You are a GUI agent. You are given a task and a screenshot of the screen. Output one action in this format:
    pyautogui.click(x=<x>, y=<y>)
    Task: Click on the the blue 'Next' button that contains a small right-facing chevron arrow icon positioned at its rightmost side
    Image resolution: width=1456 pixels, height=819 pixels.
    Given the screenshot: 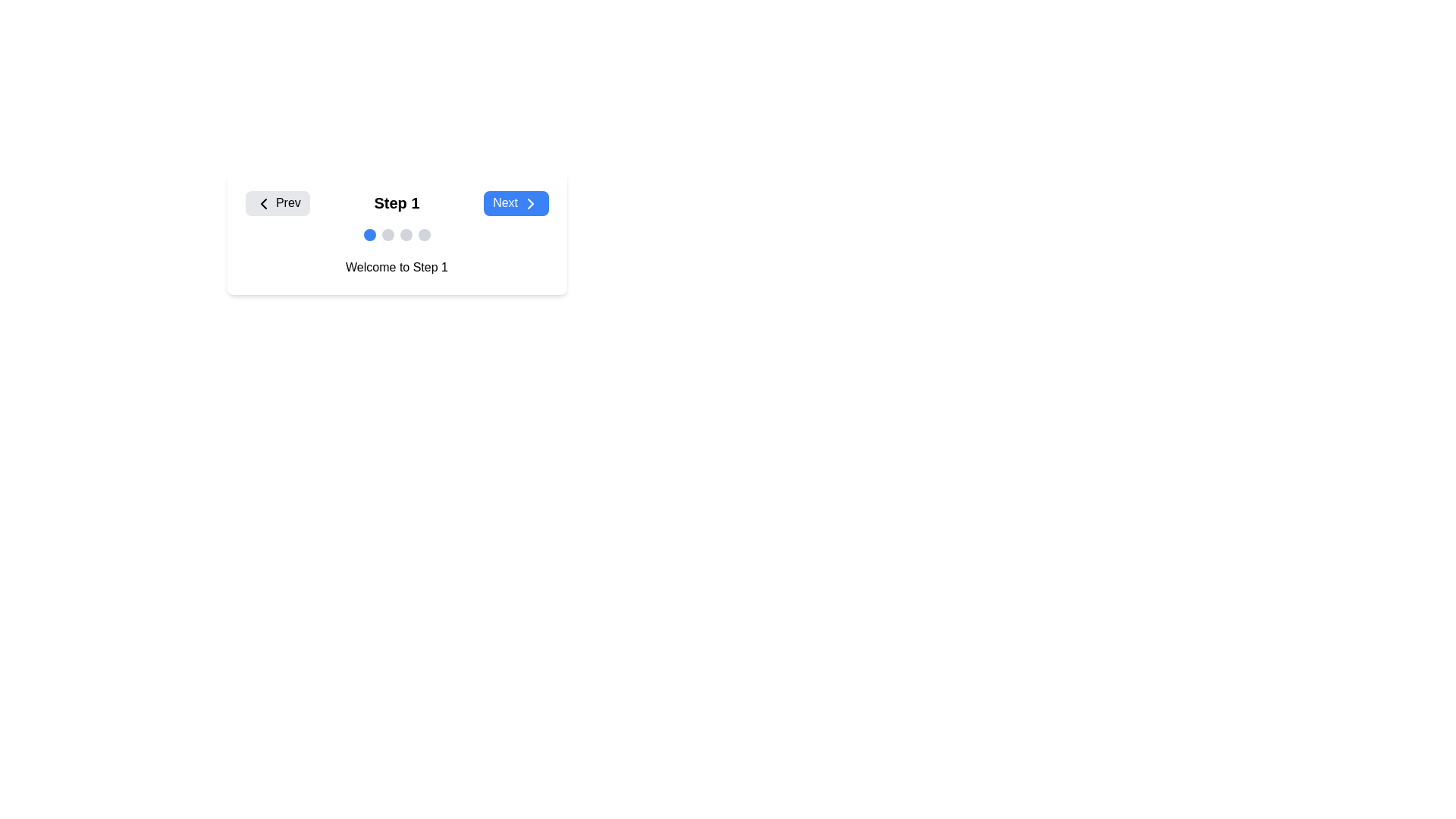 What is the action you would take?
    pyautogui.click(x=530, y=202)
    